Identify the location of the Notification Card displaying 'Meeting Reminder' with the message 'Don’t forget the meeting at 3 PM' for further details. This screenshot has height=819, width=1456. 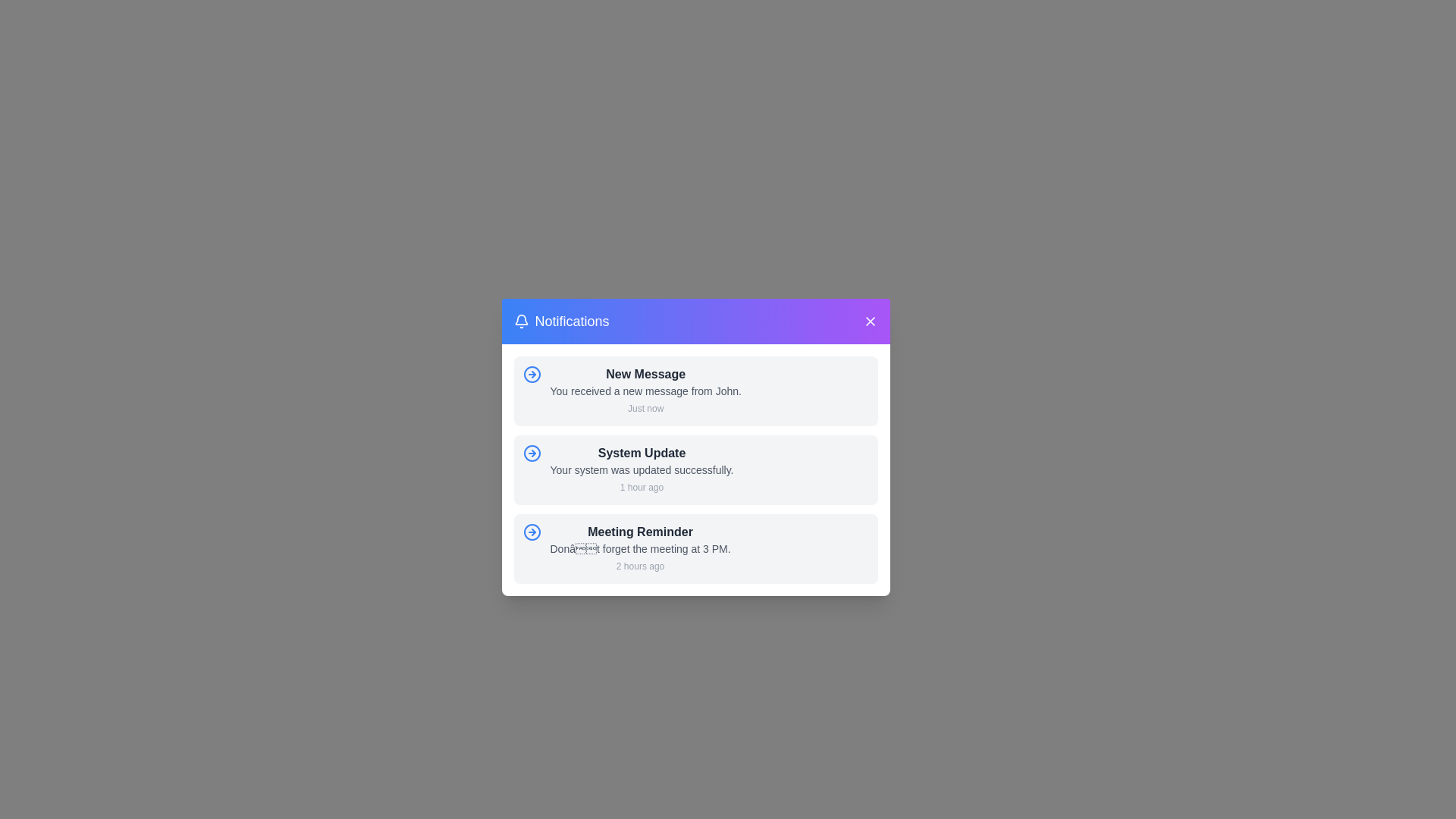
(640, 549).